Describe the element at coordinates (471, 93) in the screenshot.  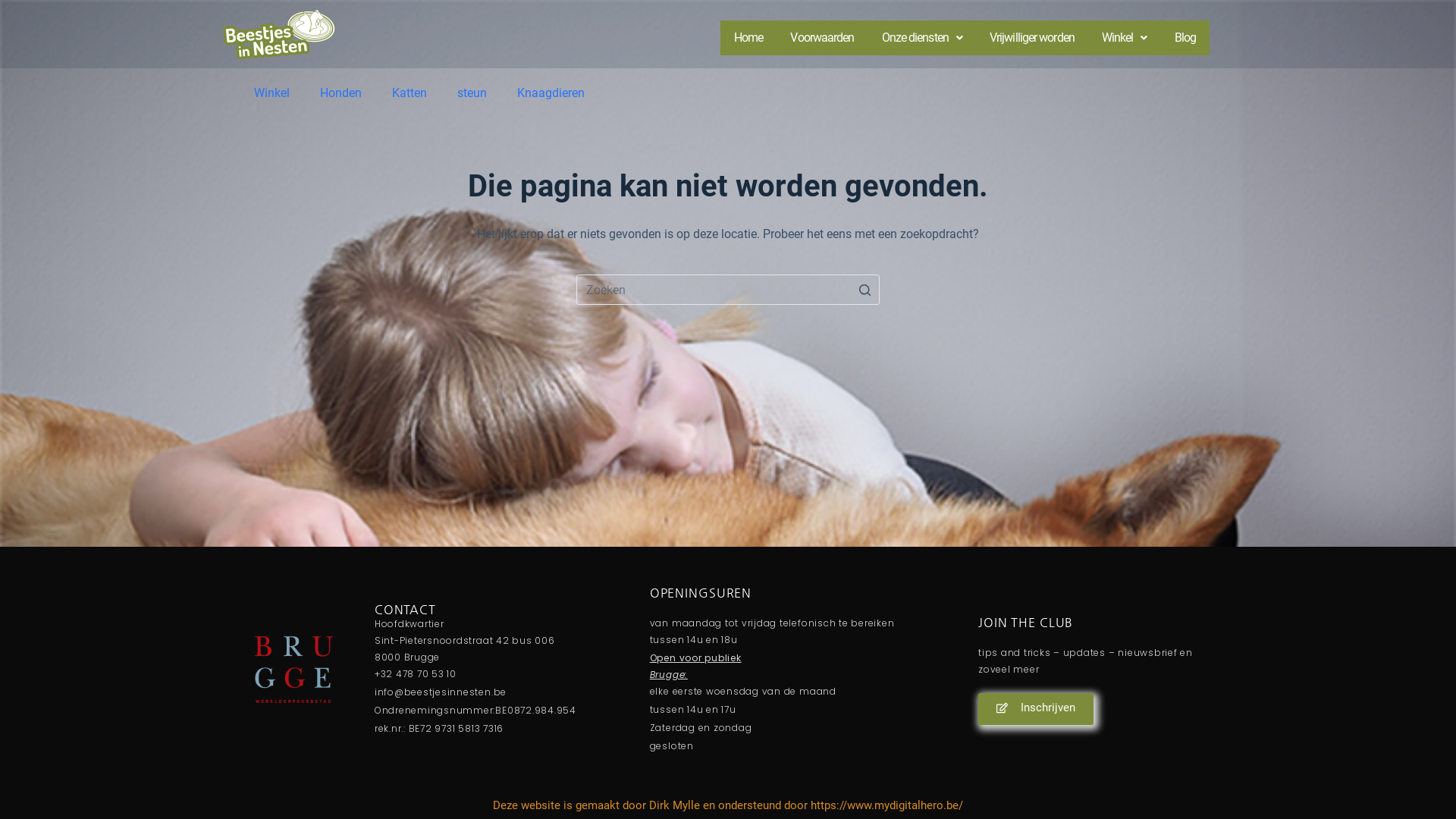
I see `'steun'` at that location.